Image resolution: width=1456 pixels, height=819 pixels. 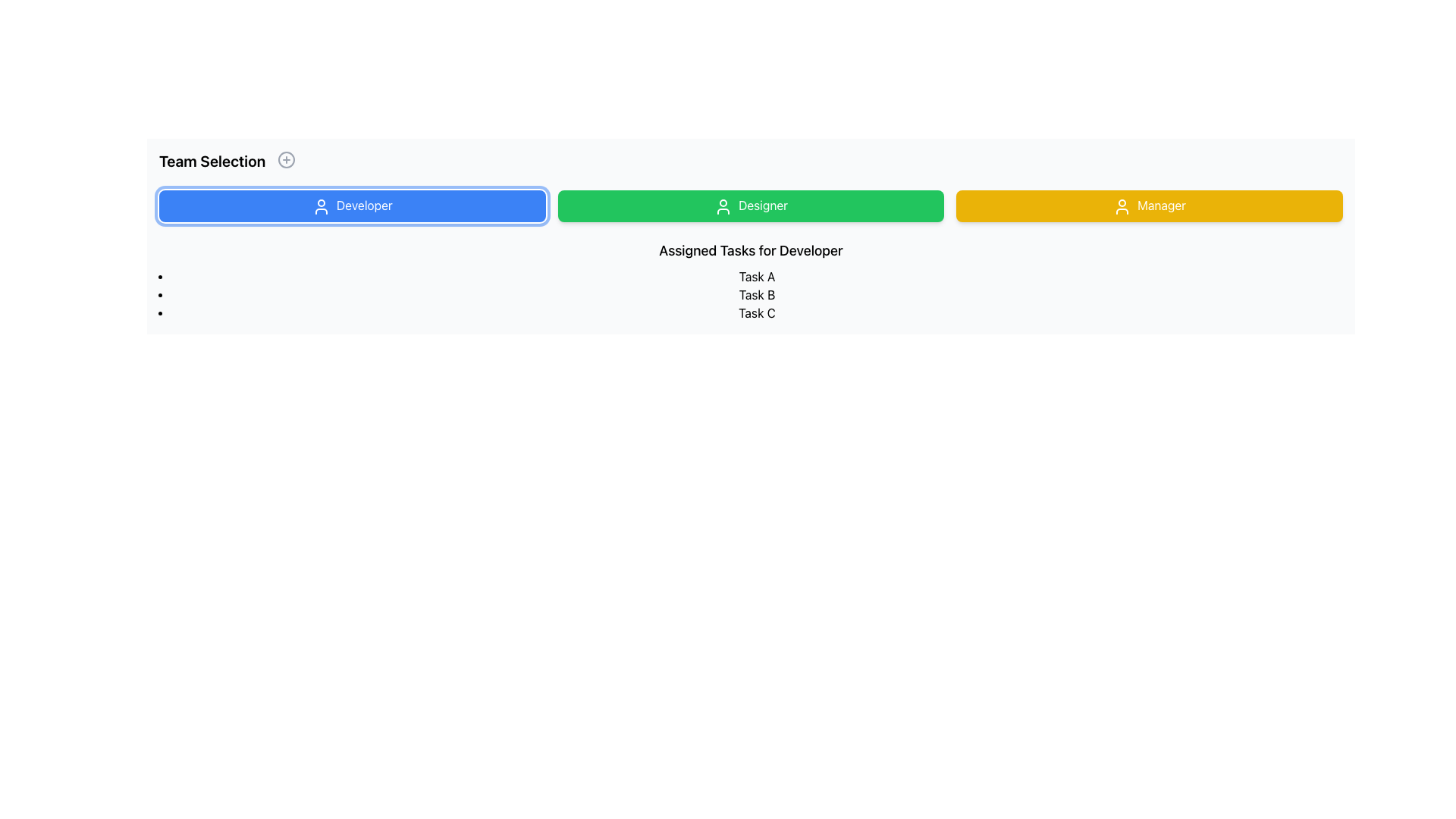 I want to click on the text element labeled 'Task A' which is the first item in a bulleted list under the header 'Assigned Tasks for Developer', so click(x=757, y=276).